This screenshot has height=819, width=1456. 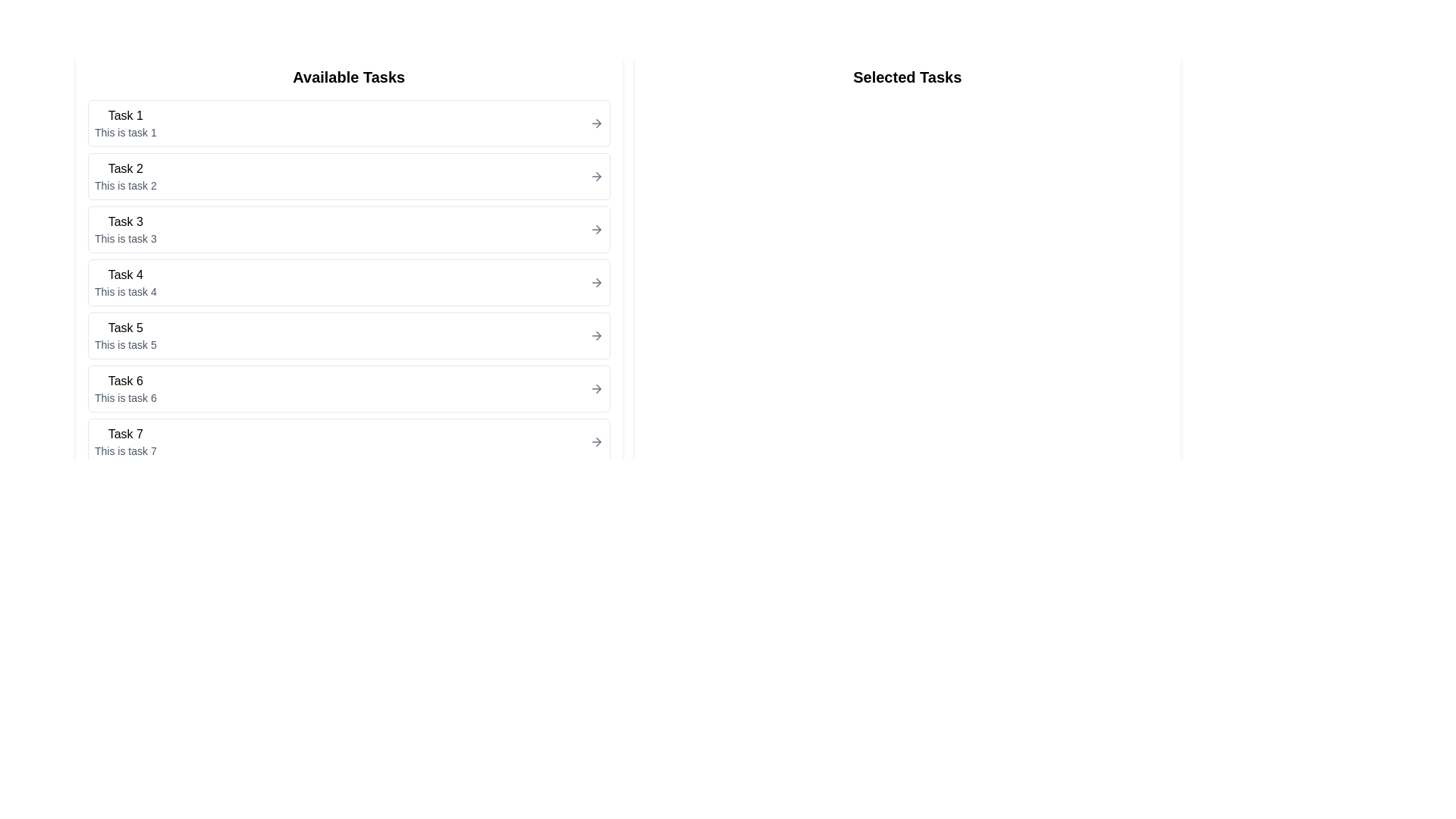 I want to click on the text element displaying 'Task 2' located, so click(x=125, y=169).